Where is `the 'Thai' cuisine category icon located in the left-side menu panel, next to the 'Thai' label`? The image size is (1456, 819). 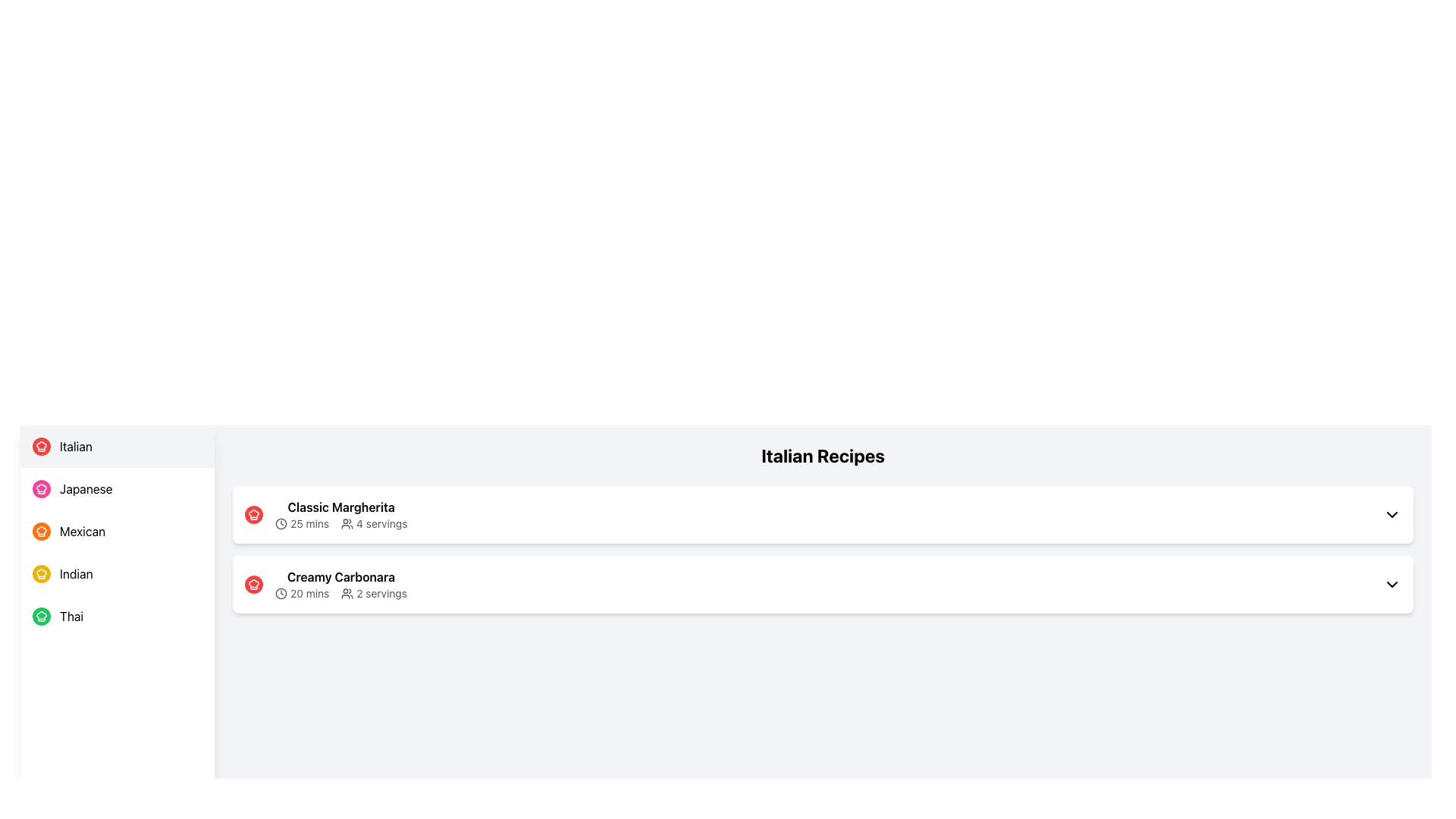 the 'Thai' cuisine category icon located in the left-side menu panel, next to the 'Thai' label is located at coordinates (41, 617).